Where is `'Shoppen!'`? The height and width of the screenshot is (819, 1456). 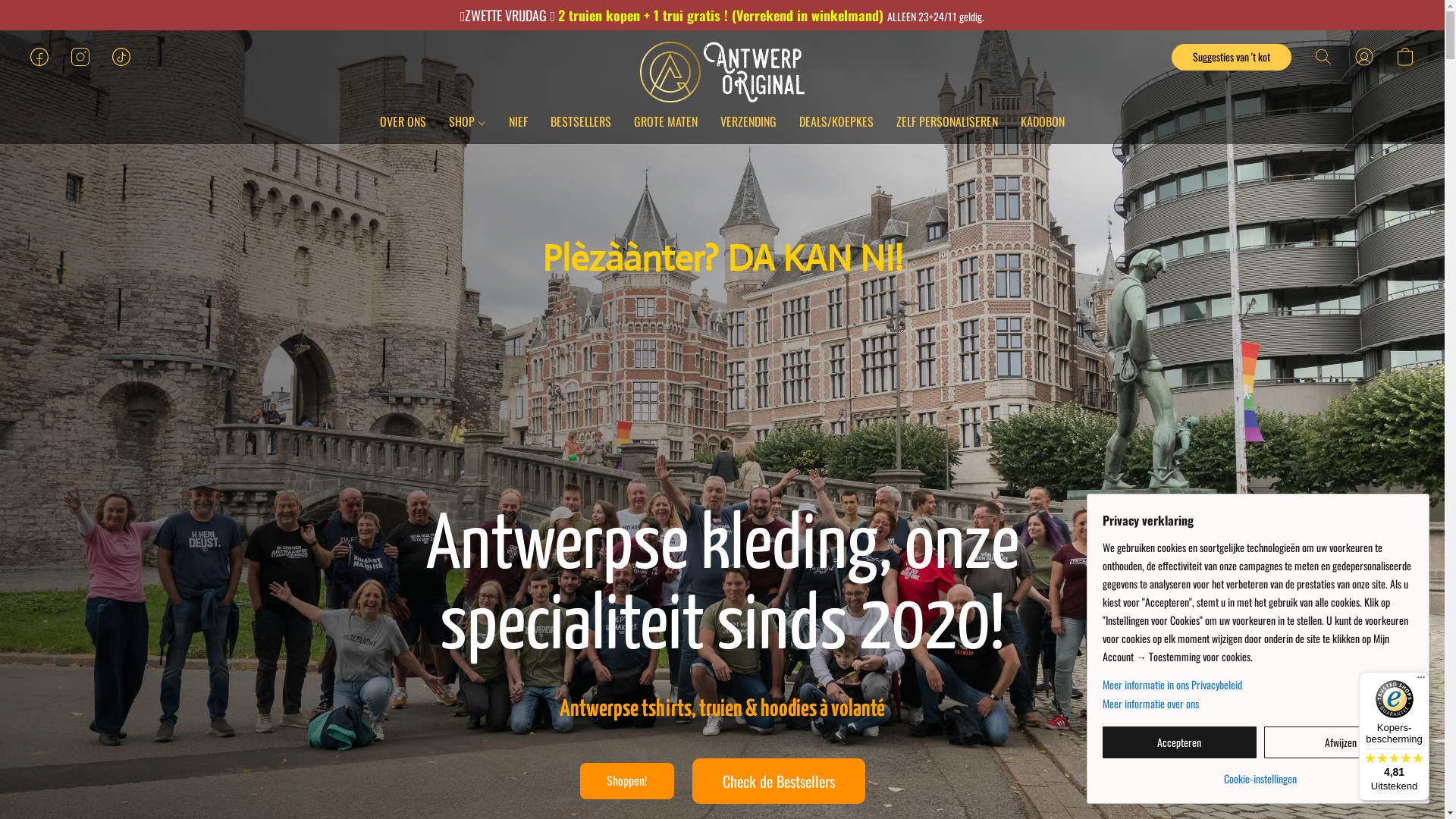 'Shoppen!' is located at coordinates (626, 780).